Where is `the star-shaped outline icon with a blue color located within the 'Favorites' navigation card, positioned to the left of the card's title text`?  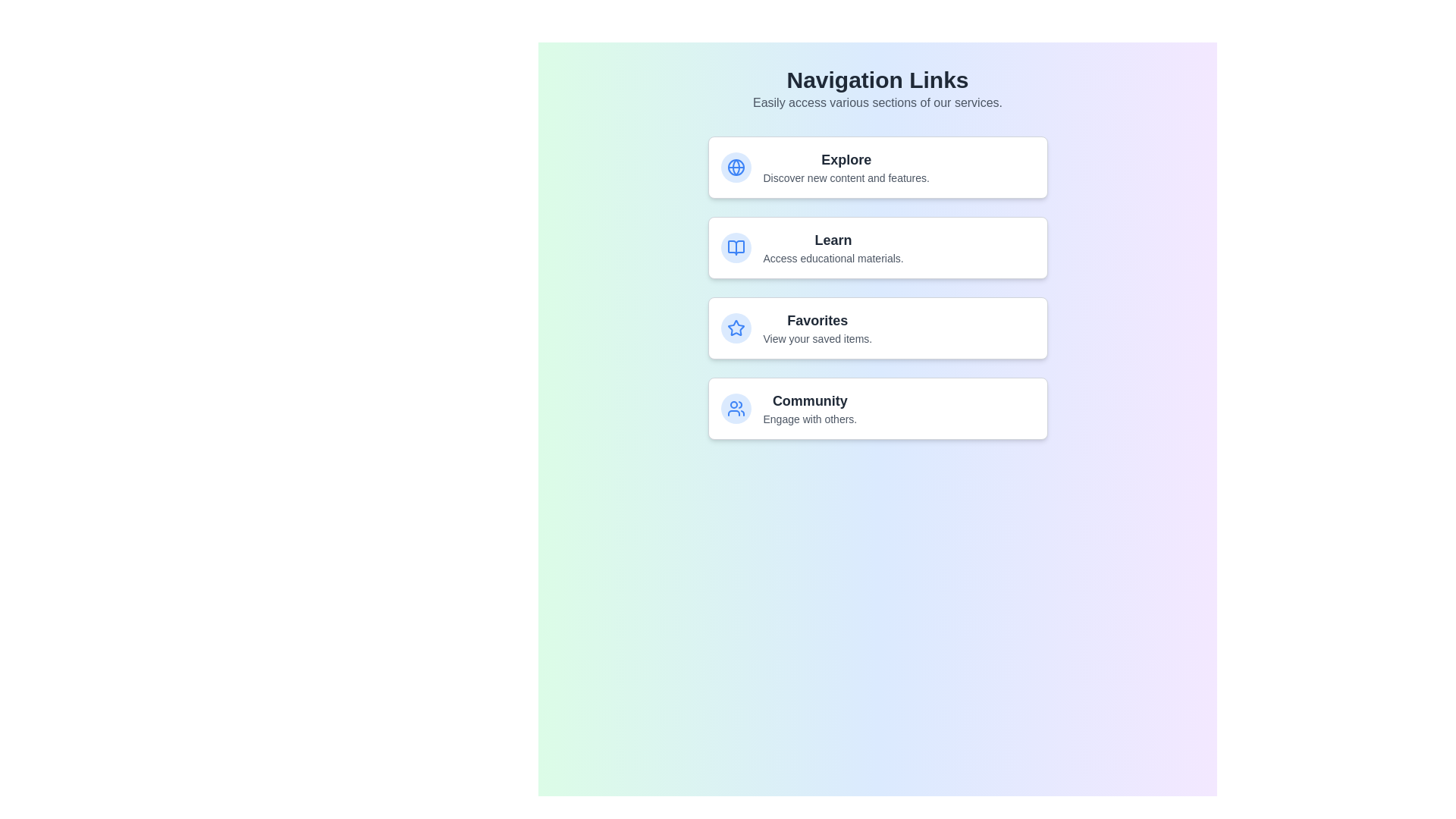
the star-shaped outline icon with a blue color located within the 'Favorites' navigation card, positioned to the left of the card's title text is located at coordinates (736, 327).